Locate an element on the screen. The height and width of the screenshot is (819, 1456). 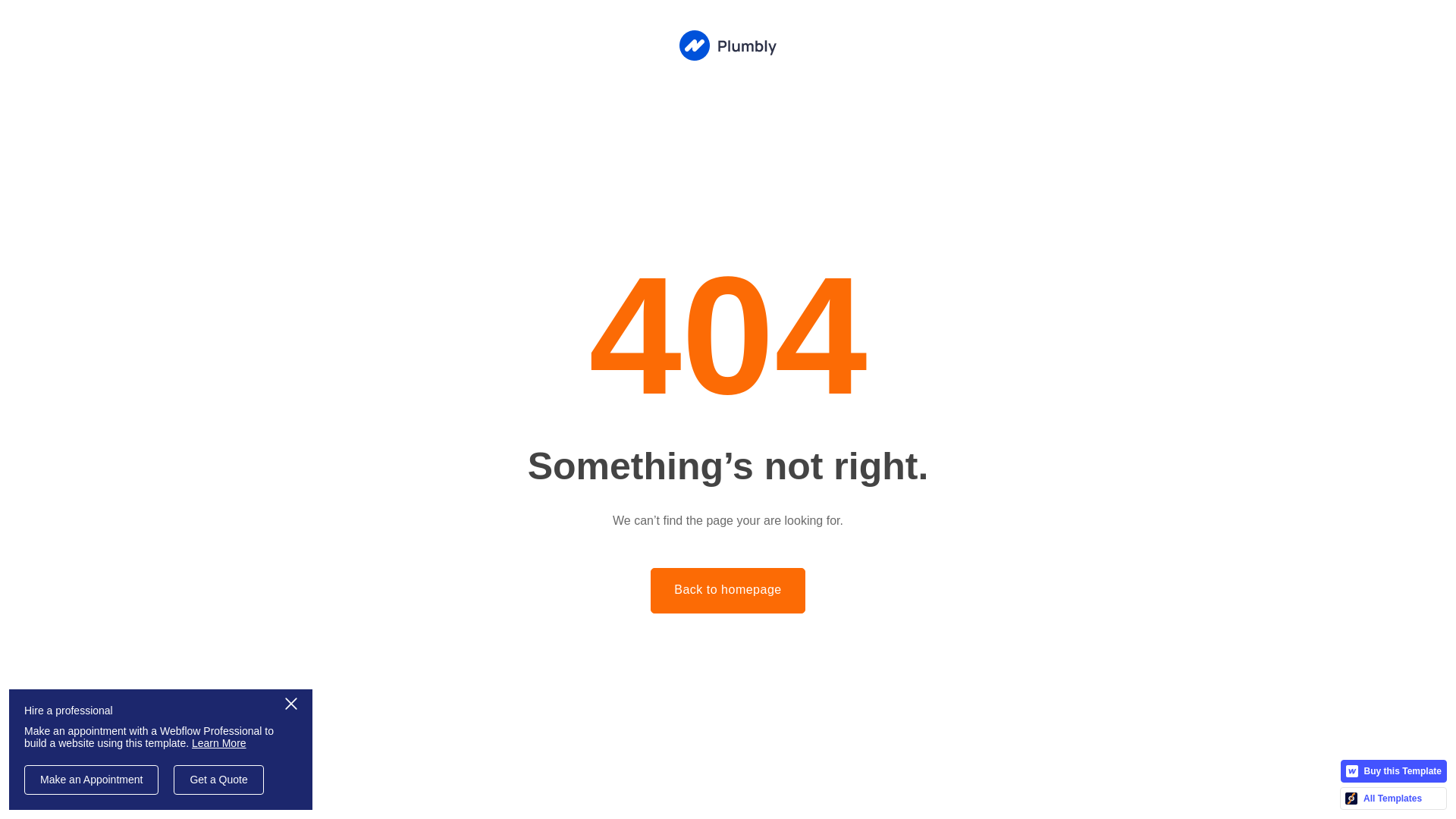
'Buy this Template' is located at coordinates (1394, 771).